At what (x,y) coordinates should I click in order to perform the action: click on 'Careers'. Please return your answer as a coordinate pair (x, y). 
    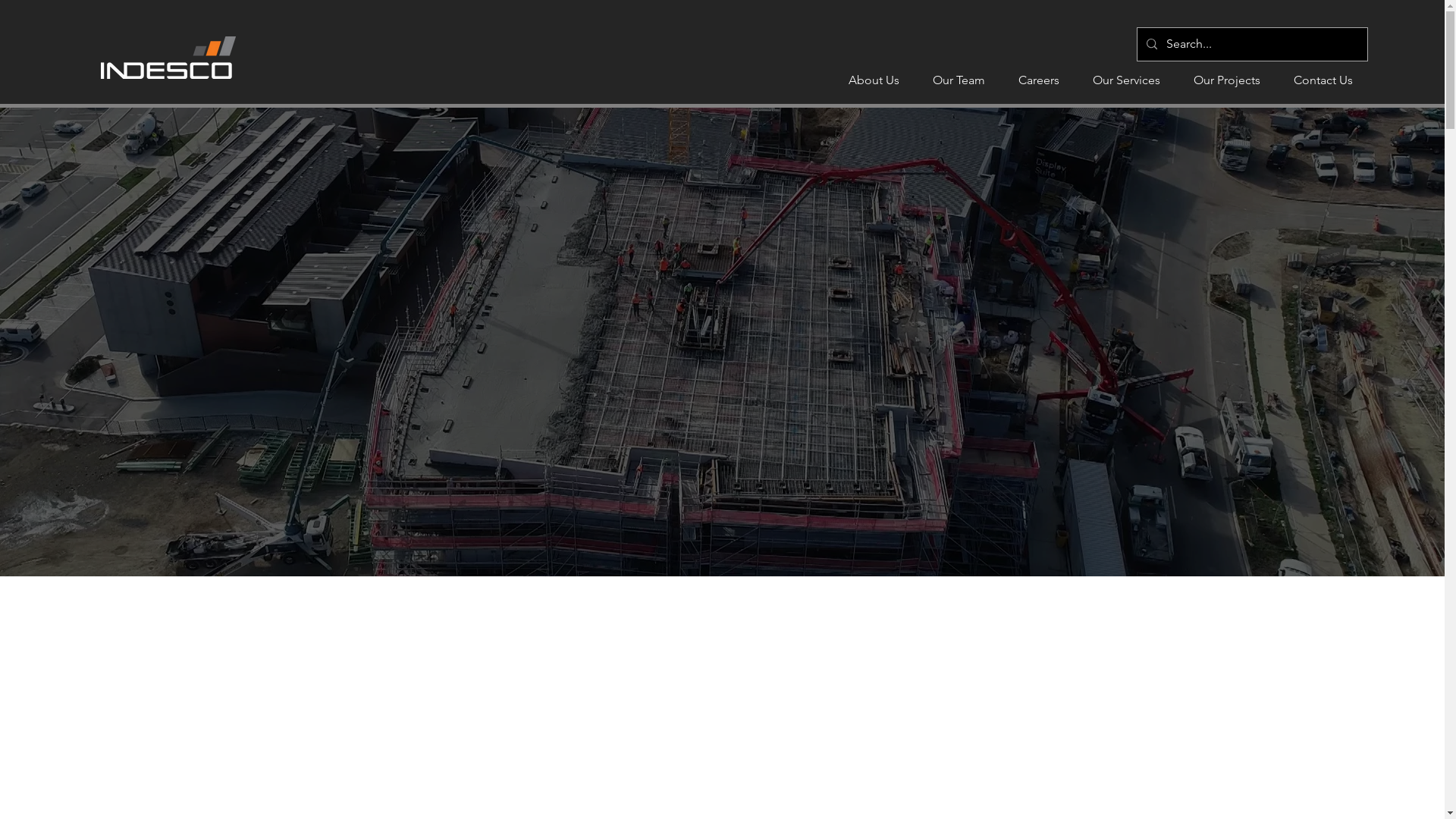
    Looking at the image, I should click on (1037, 80).